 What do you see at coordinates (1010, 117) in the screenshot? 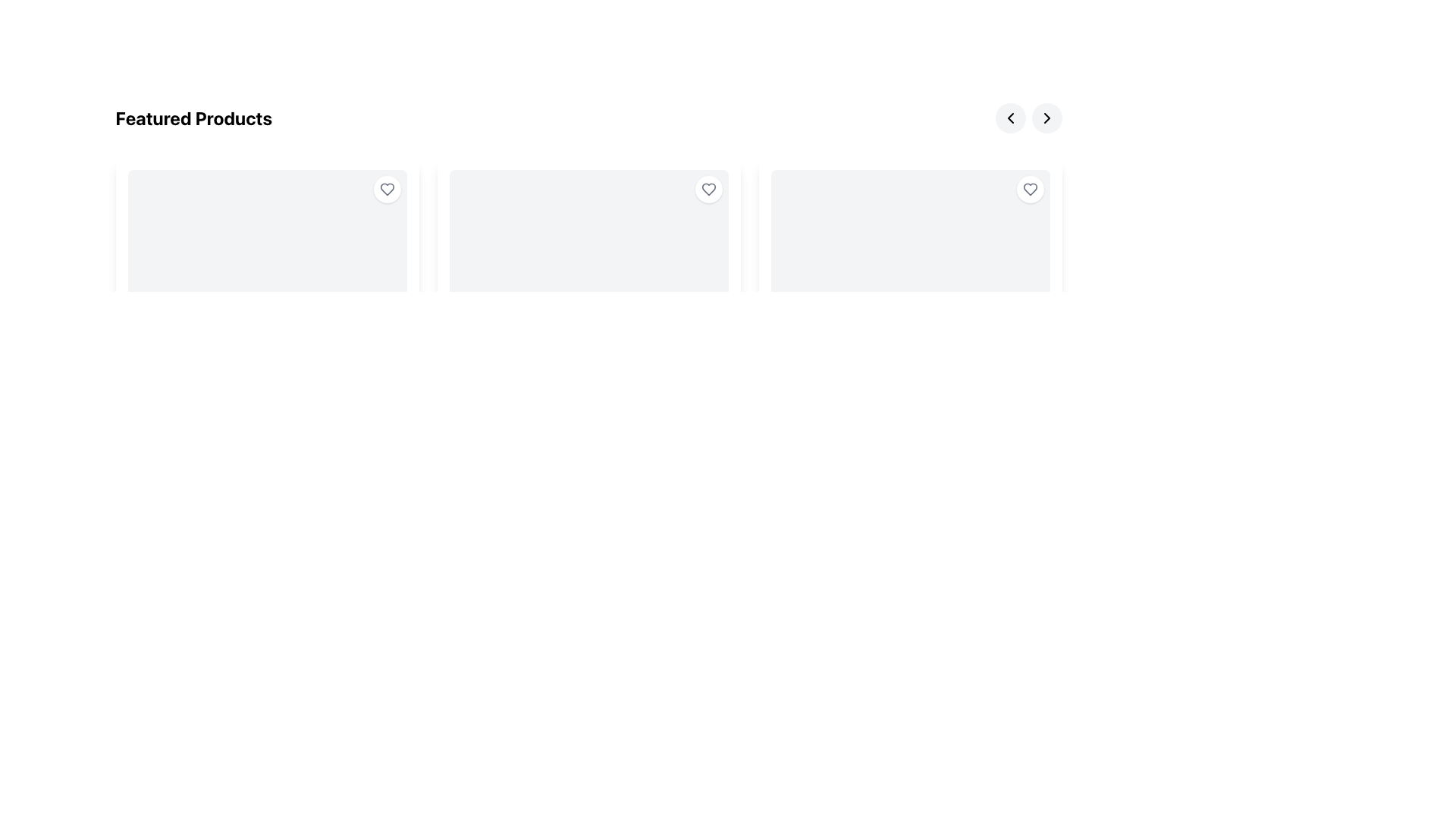
I see `the circular button with a white background and a left-pointing black arrow symbol` at bounding box center [1010, 117].